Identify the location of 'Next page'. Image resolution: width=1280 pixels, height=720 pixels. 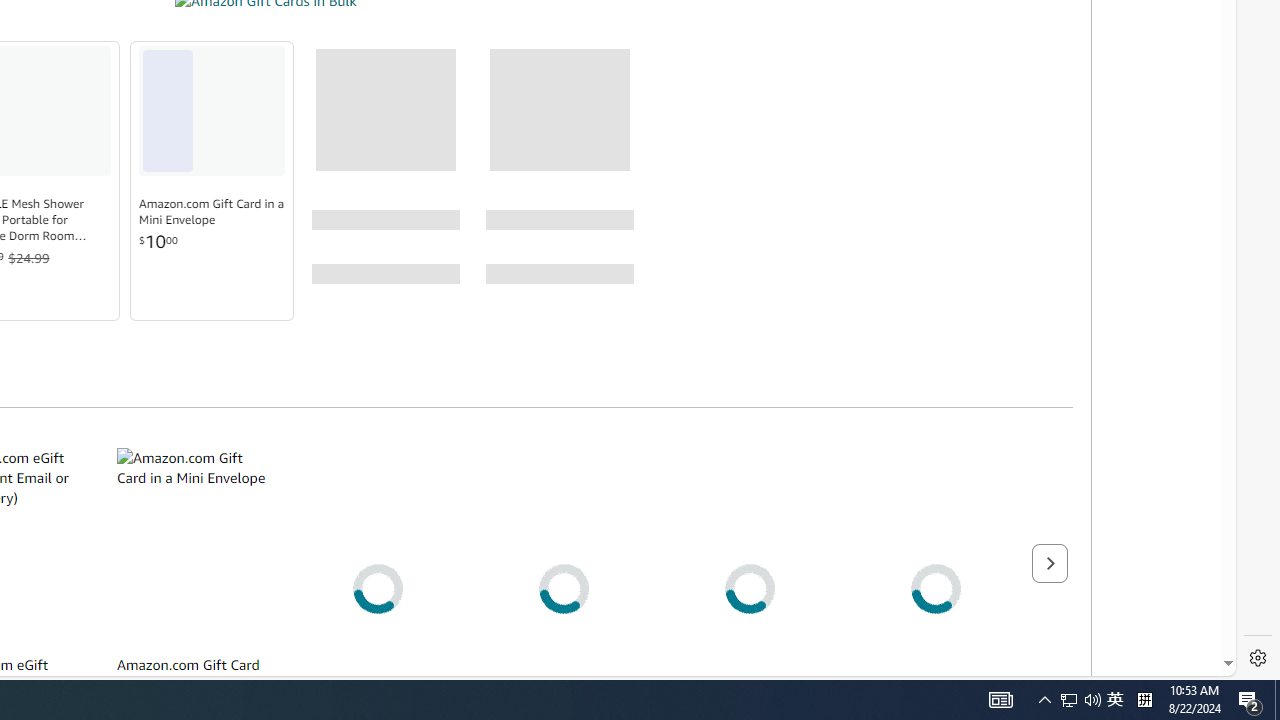
(1048, 563).